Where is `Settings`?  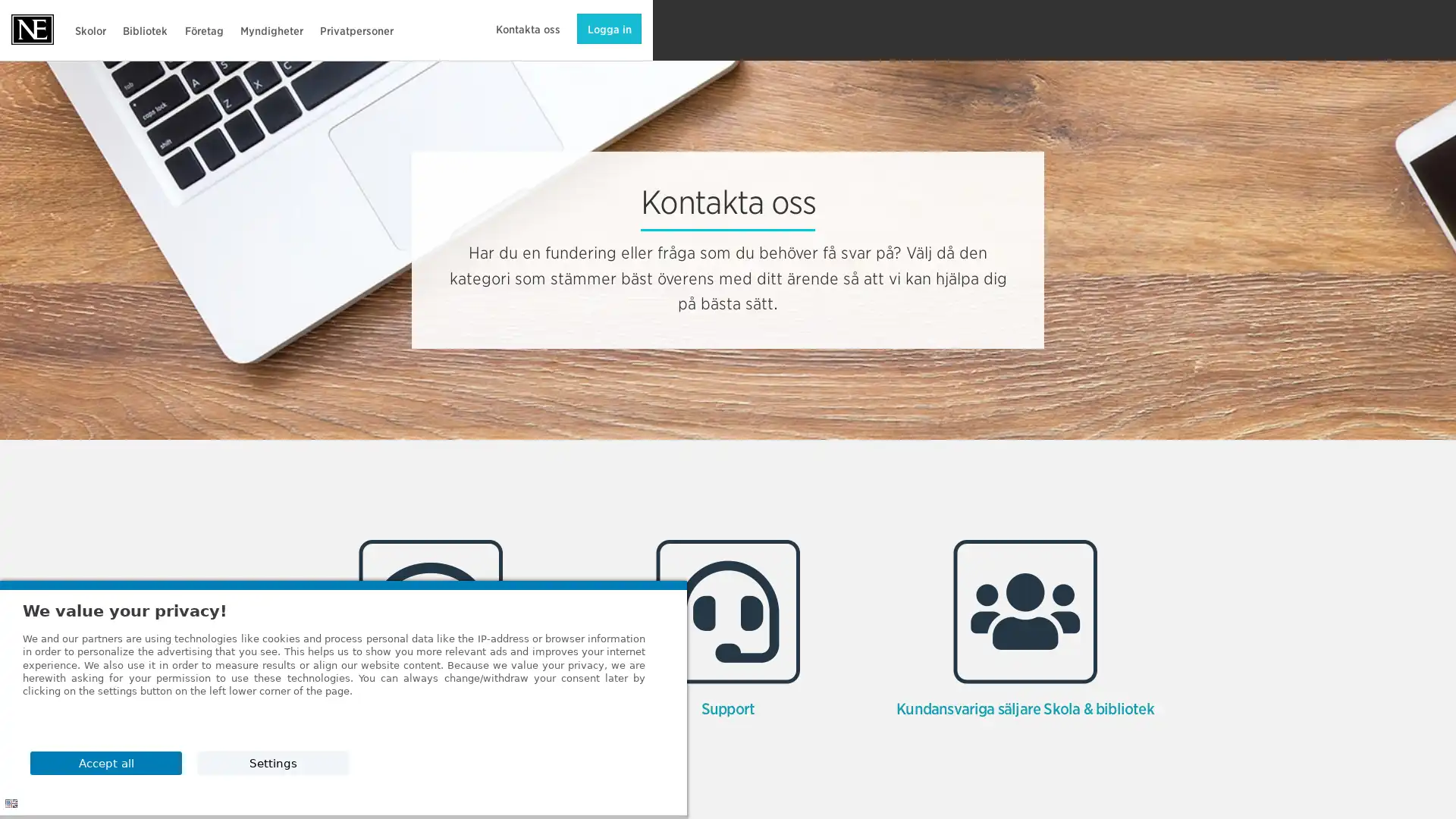
Settings is located at coordinates (1099, 762).